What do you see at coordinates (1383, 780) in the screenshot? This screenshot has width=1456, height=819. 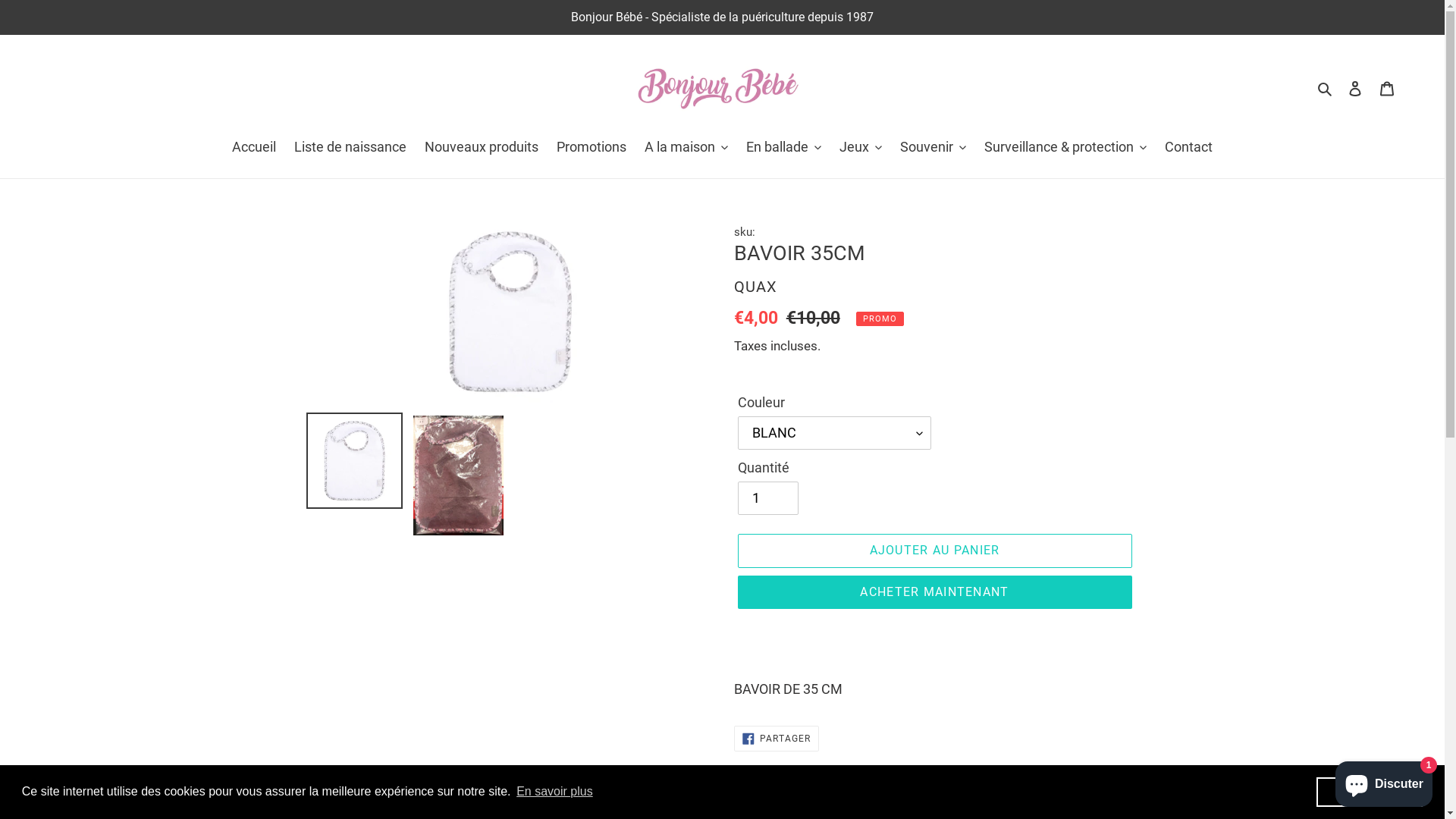 I see `'Chat de la boutique en ligne Shopify'` at bounding box center [1383, 780].